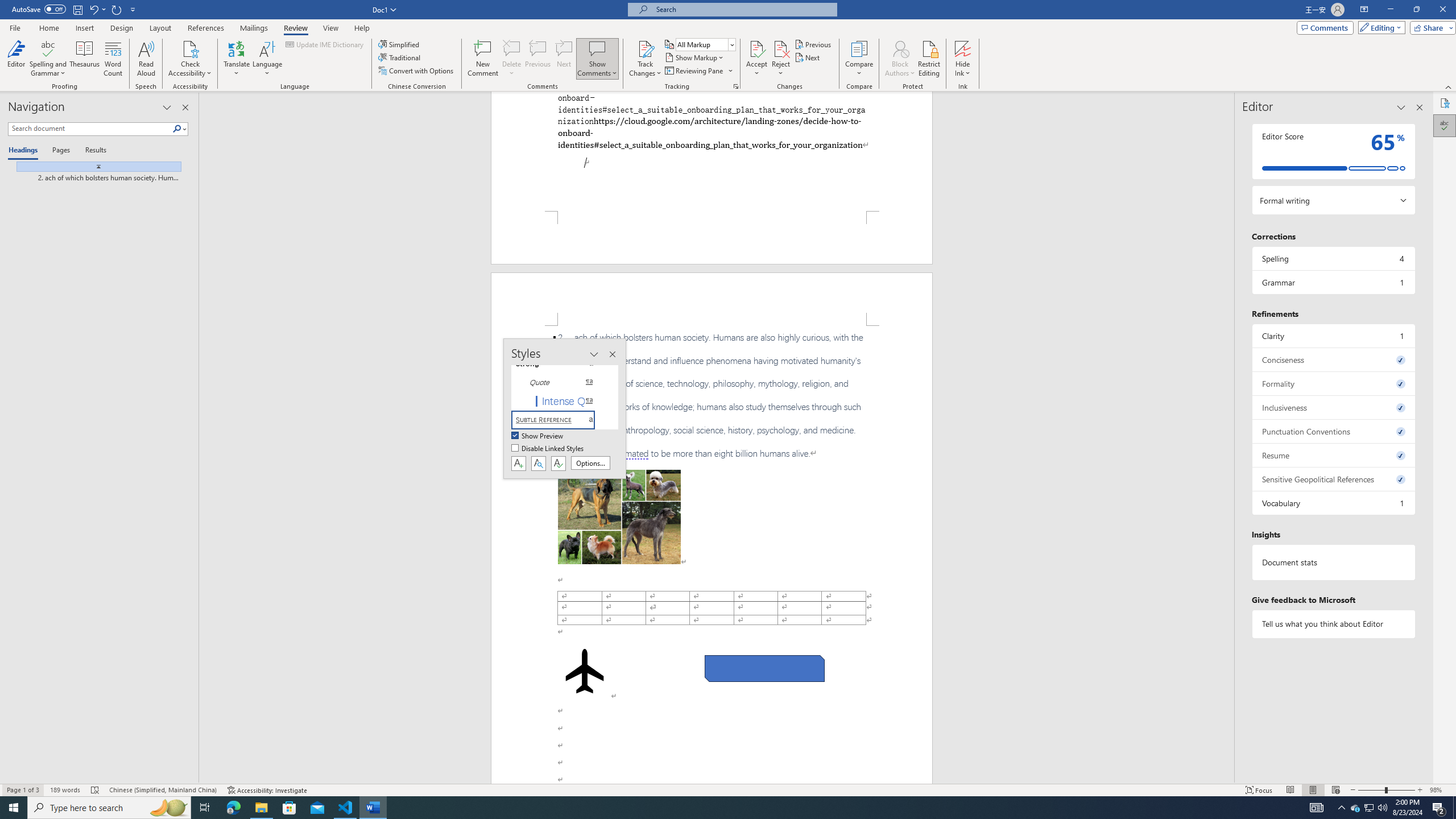 This screenshot has height=819, width=1456. What do you see at coordinates (712, 151) in the screenshot?
I see `'Page 1 content'` at bounding box center [712, 151].